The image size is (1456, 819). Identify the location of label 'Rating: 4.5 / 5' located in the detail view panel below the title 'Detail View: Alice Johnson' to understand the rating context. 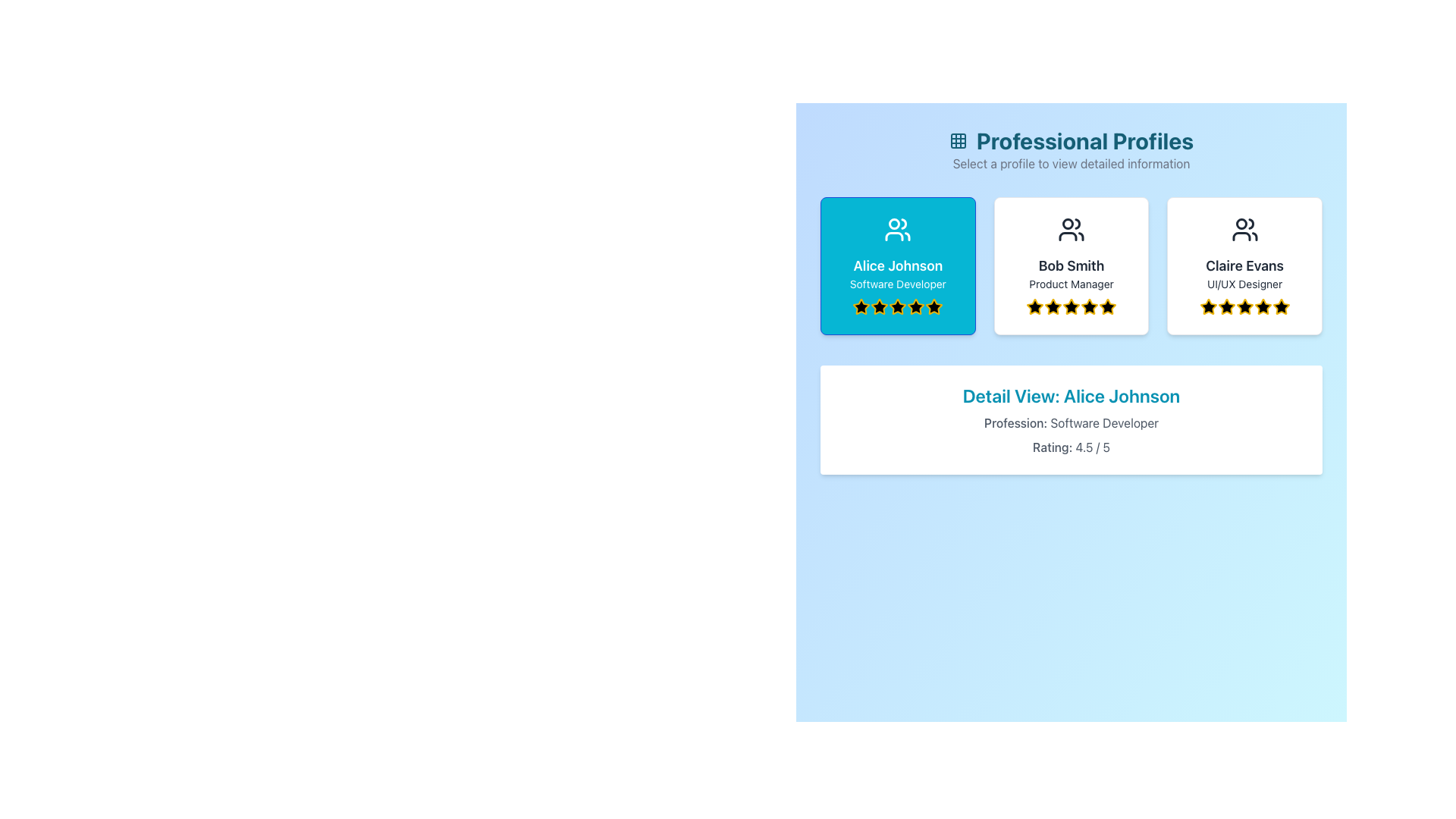
(1052, 447).